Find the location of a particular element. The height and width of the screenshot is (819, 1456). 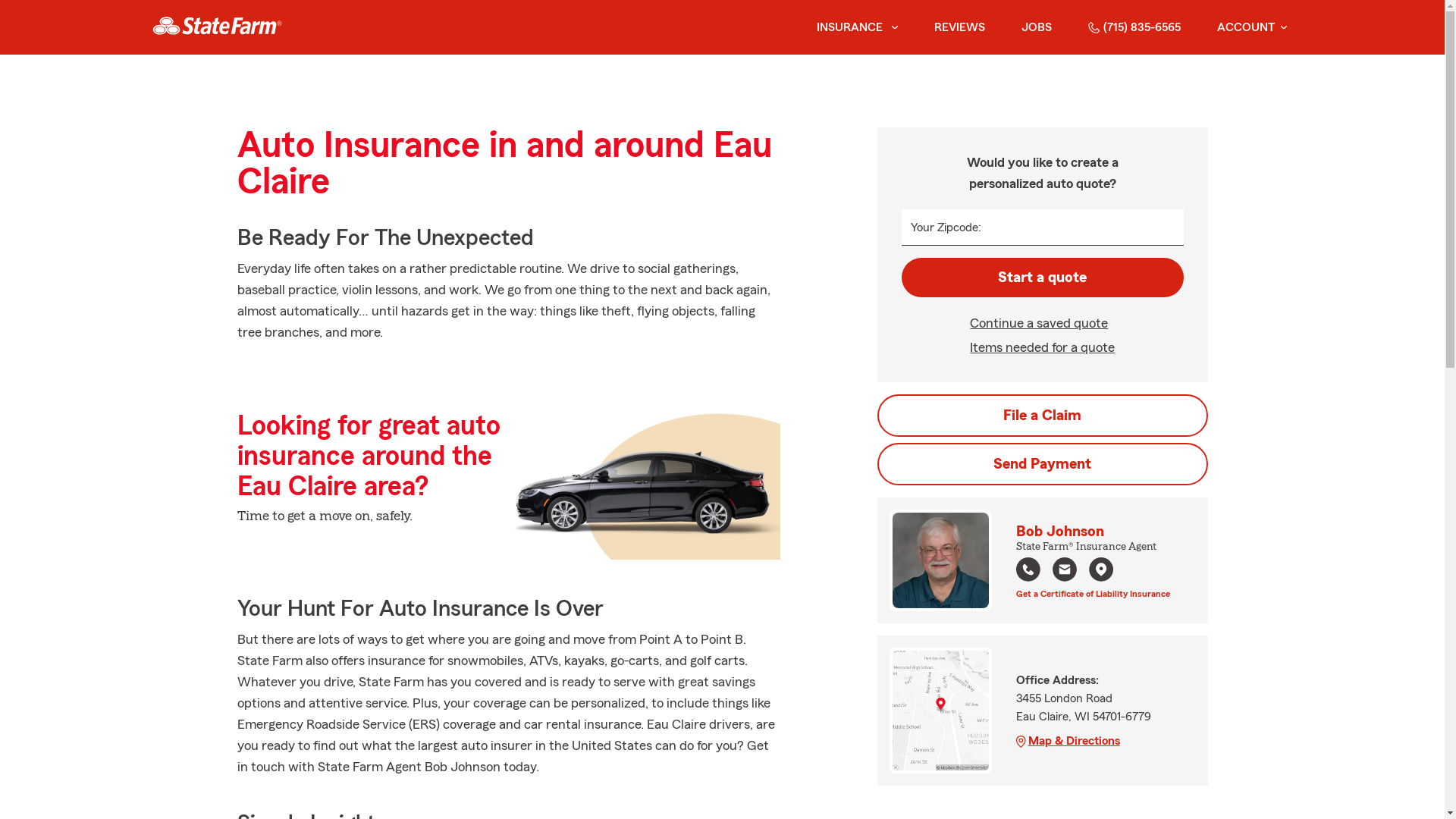

'Items needed for a quote' is located at coordinates (968, 347).